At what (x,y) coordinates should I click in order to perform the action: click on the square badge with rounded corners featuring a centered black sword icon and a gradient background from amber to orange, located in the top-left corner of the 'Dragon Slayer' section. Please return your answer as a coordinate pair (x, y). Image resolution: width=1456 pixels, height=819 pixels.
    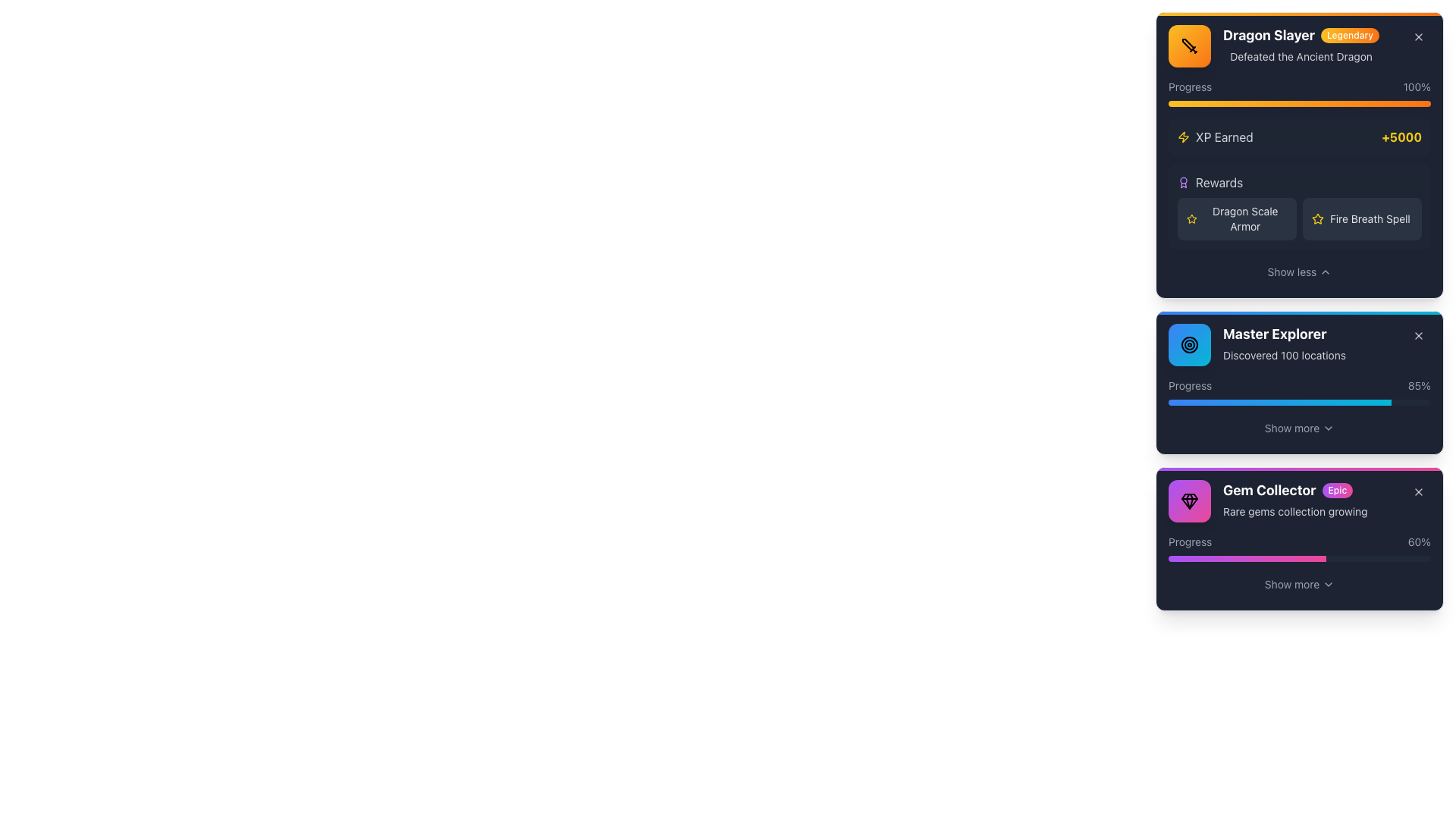
    Looking at the image, I should click on (1189, 45).